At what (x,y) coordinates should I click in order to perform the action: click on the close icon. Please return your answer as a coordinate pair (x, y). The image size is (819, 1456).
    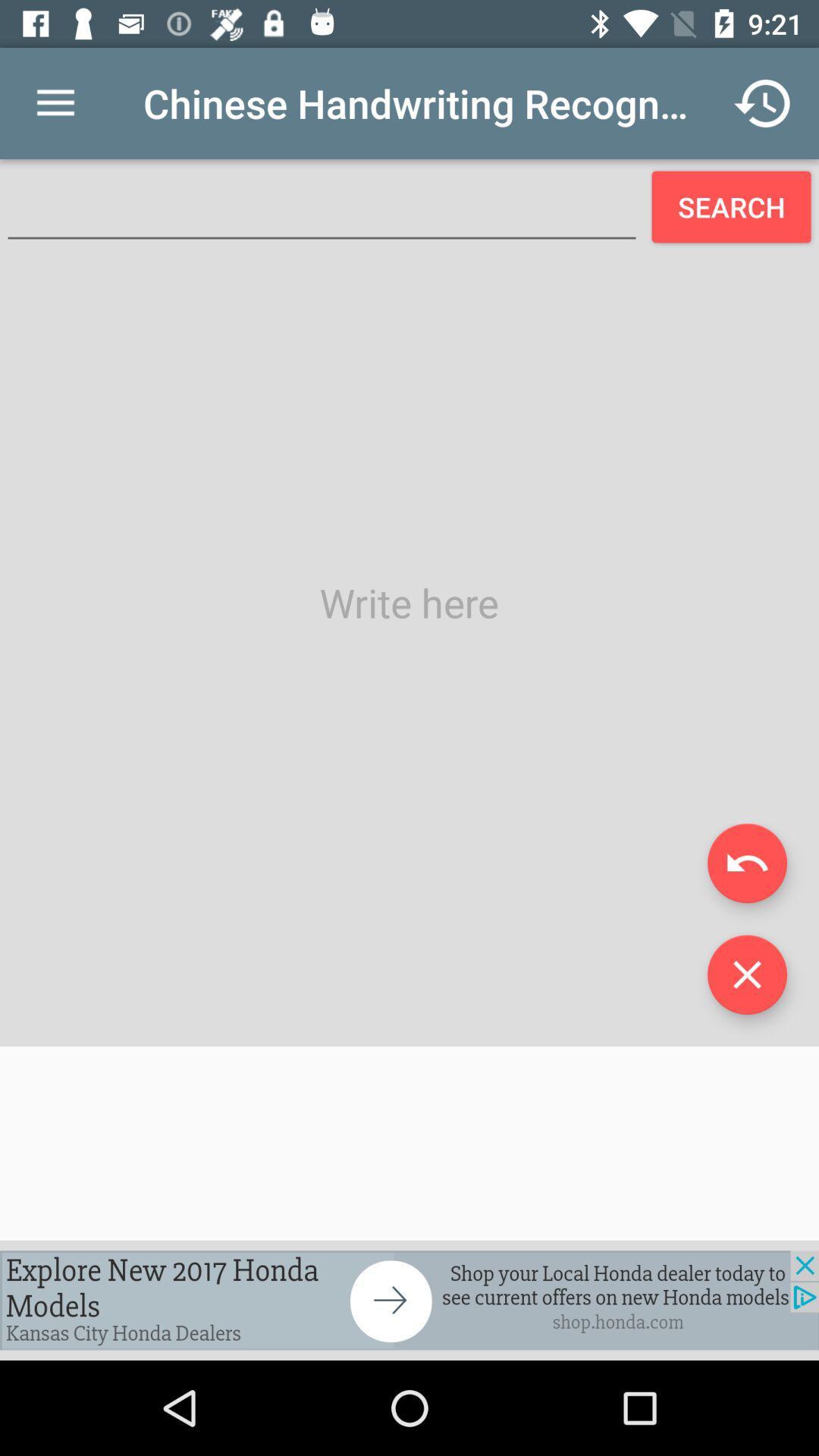
    Looking at the image, I should click on (746, 974).